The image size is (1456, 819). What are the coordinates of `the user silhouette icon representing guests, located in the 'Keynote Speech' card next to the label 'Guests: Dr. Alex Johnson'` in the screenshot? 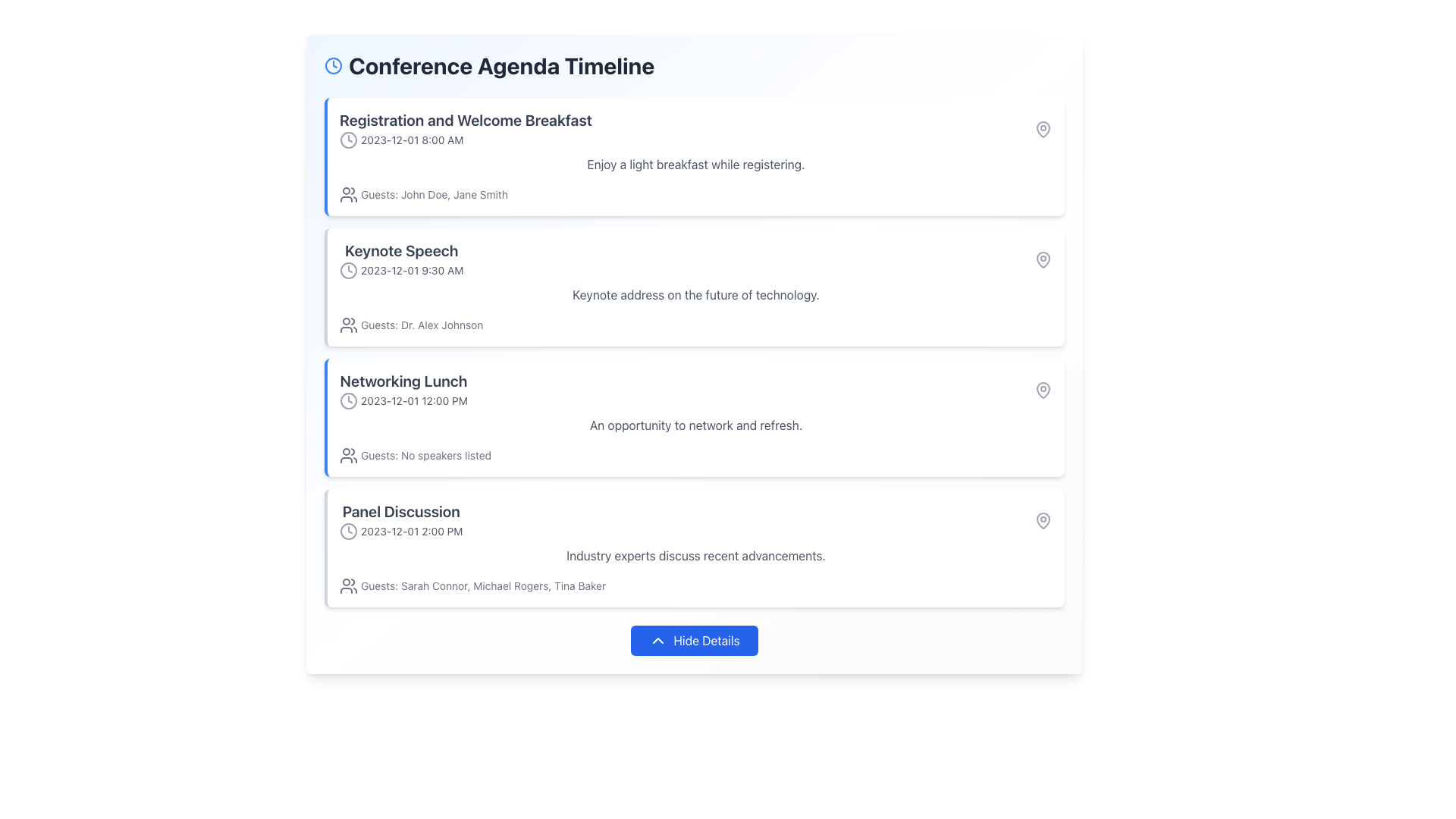 It's located at (348, 324).